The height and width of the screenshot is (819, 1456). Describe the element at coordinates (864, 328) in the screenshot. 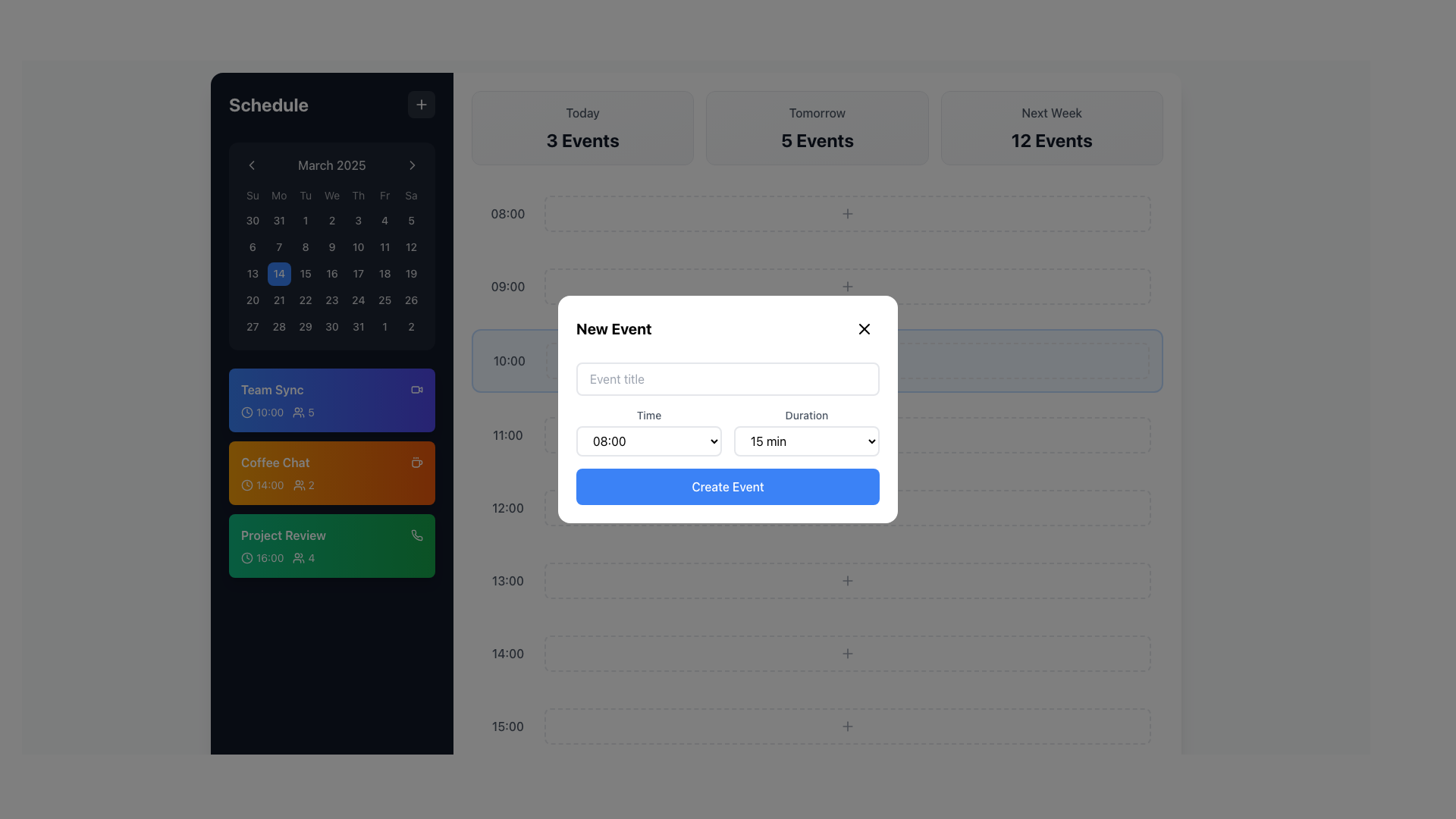

I see `the 'X' close button located at the upper-right corner of the 'New Event' modal dialog` at that location.